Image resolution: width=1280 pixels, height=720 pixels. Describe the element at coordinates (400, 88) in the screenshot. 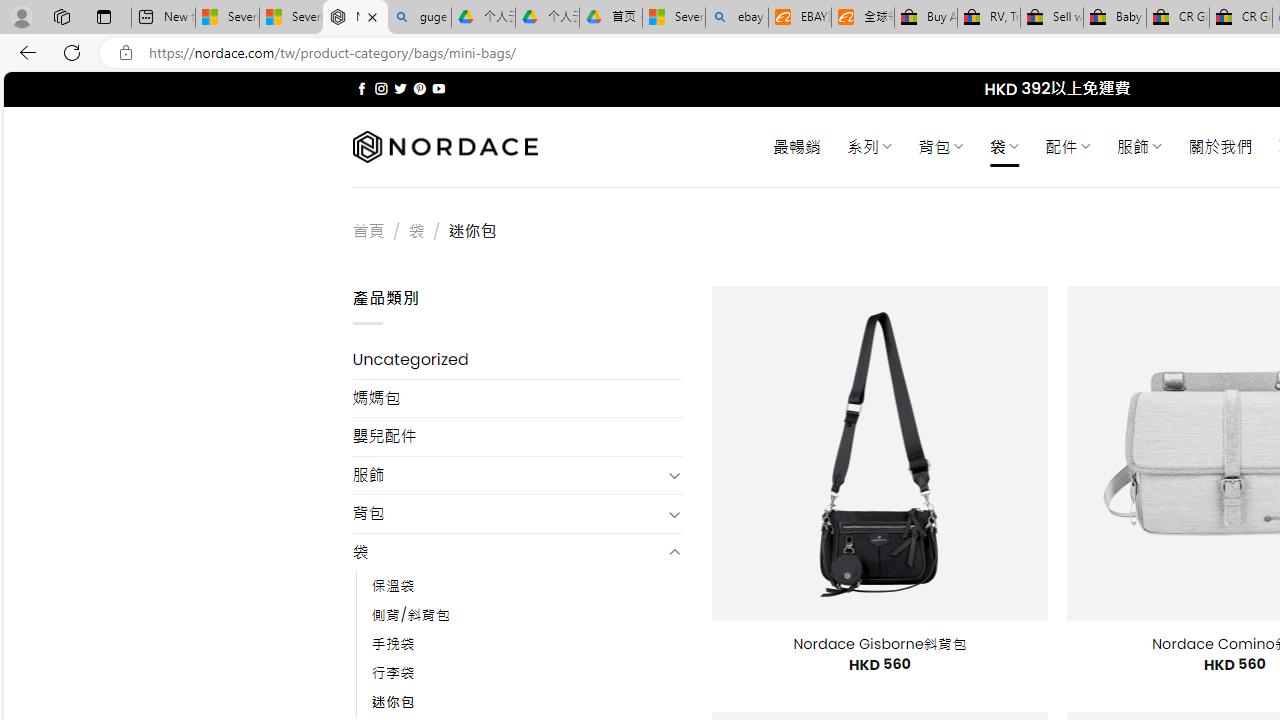

I see `'Follow on Twitter'` at that location.